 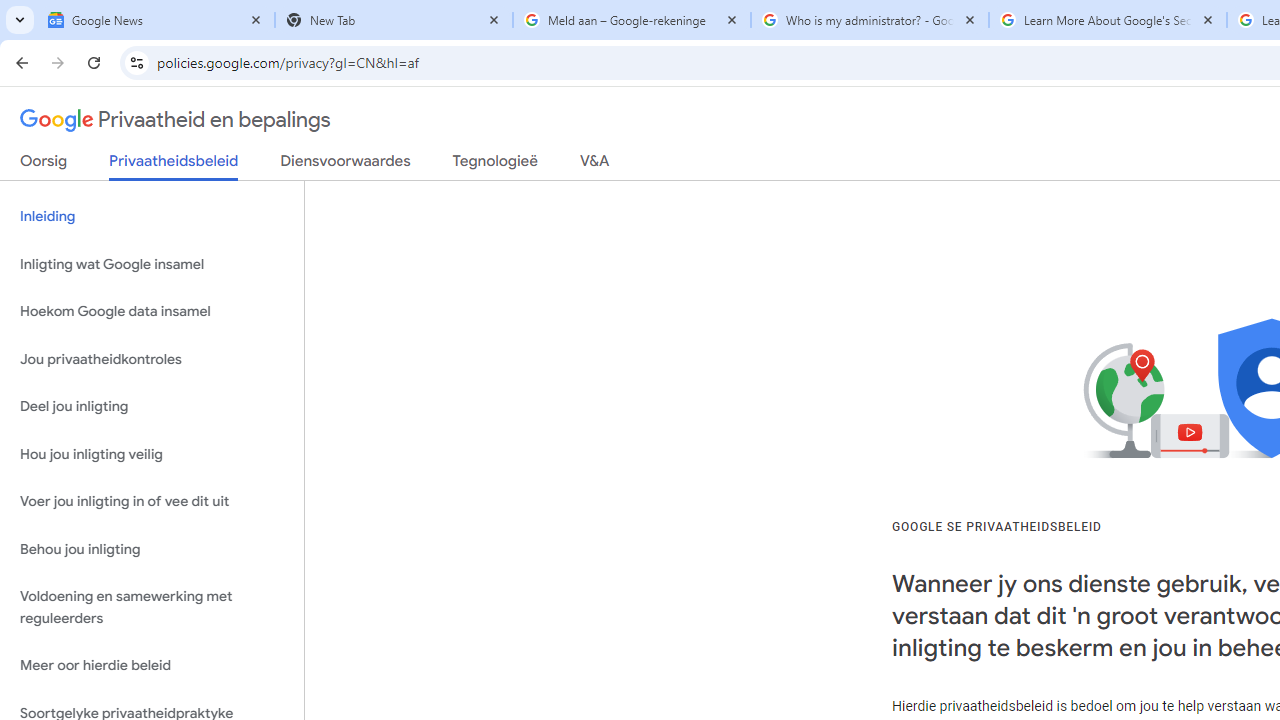 I want to click on 'Jou privaatheidkontroles', so click(x=151, y=358).